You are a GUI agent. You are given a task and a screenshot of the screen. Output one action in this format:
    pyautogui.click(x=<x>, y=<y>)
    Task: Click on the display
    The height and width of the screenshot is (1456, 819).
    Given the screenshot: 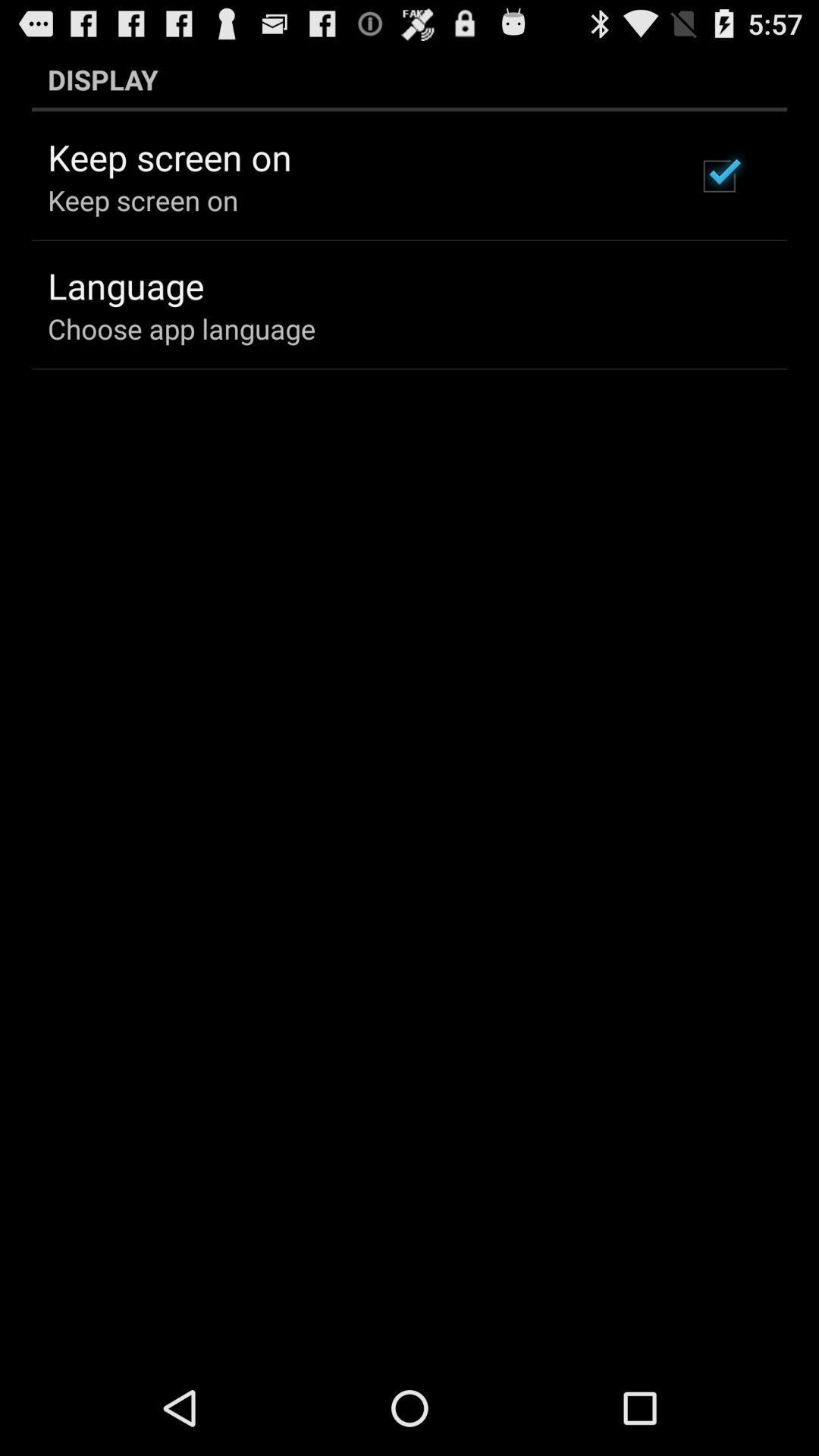 What is the action you would take?
    pyautogui.click(x=409, y=79)
    